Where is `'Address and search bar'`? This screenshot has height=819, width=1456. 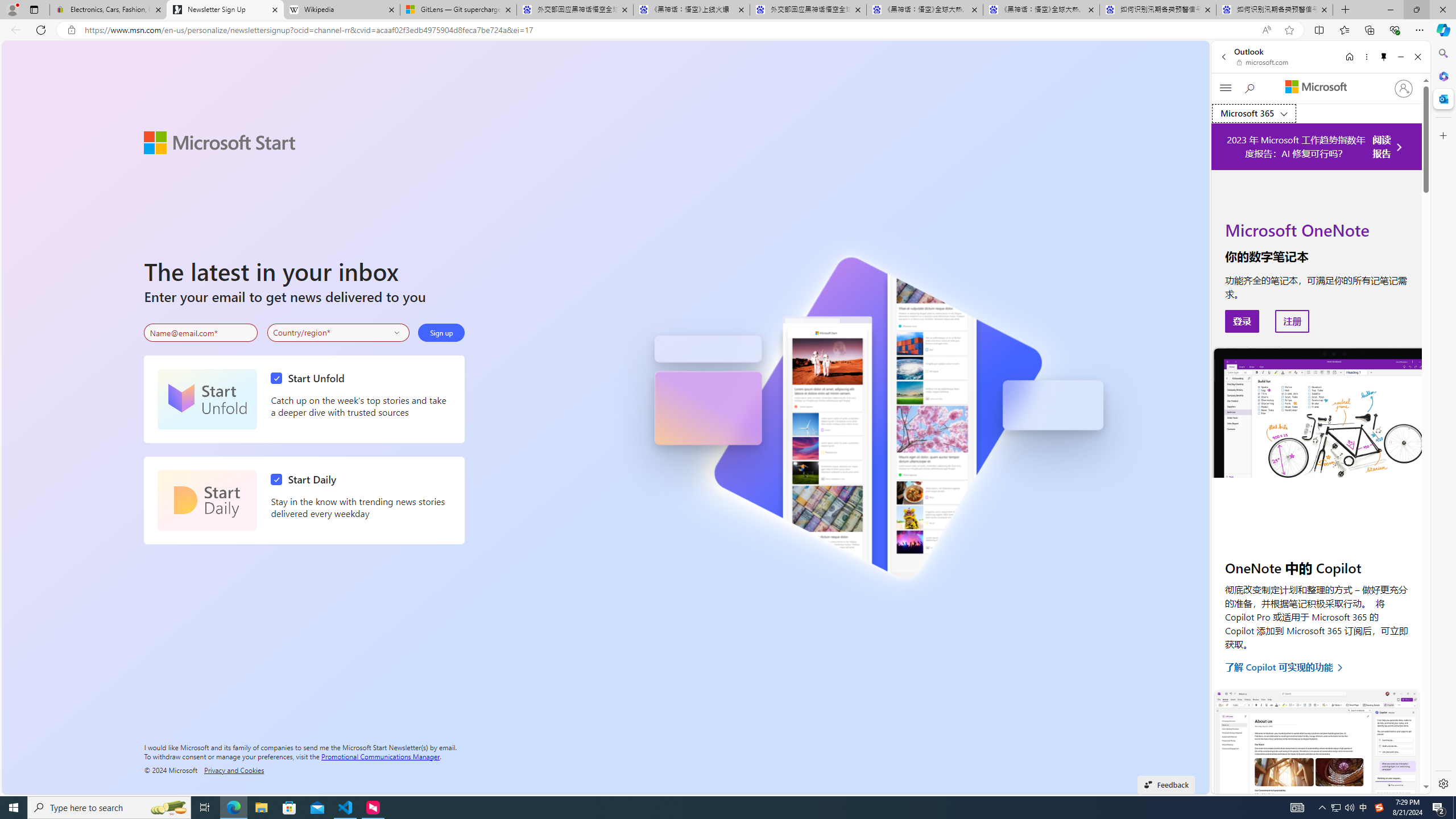
'Address and search bar' is located at coordinates (670, 30).